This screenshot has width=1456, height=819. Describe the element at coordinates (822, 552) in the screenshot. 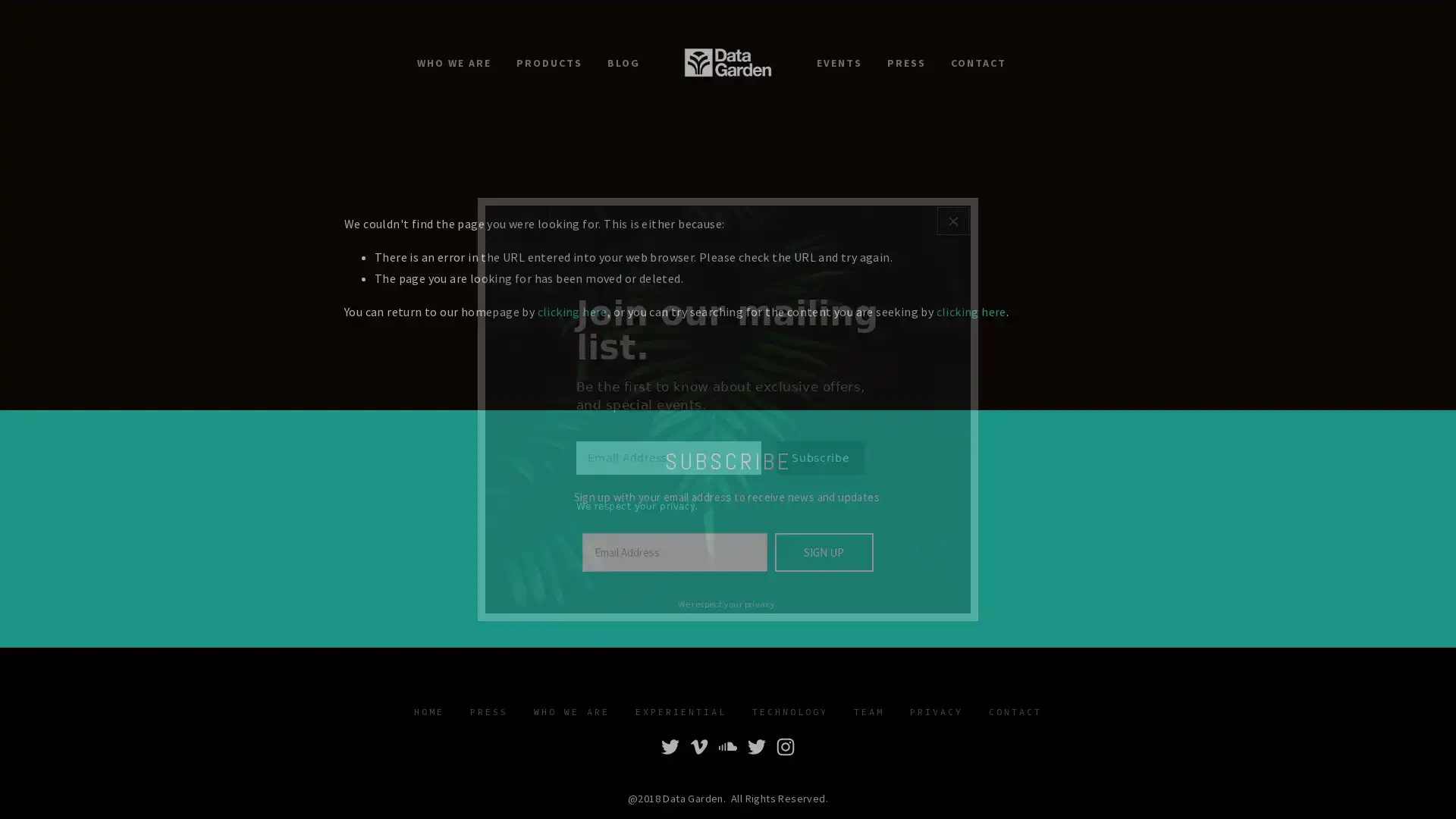

I see `SIGN UP` at that location.